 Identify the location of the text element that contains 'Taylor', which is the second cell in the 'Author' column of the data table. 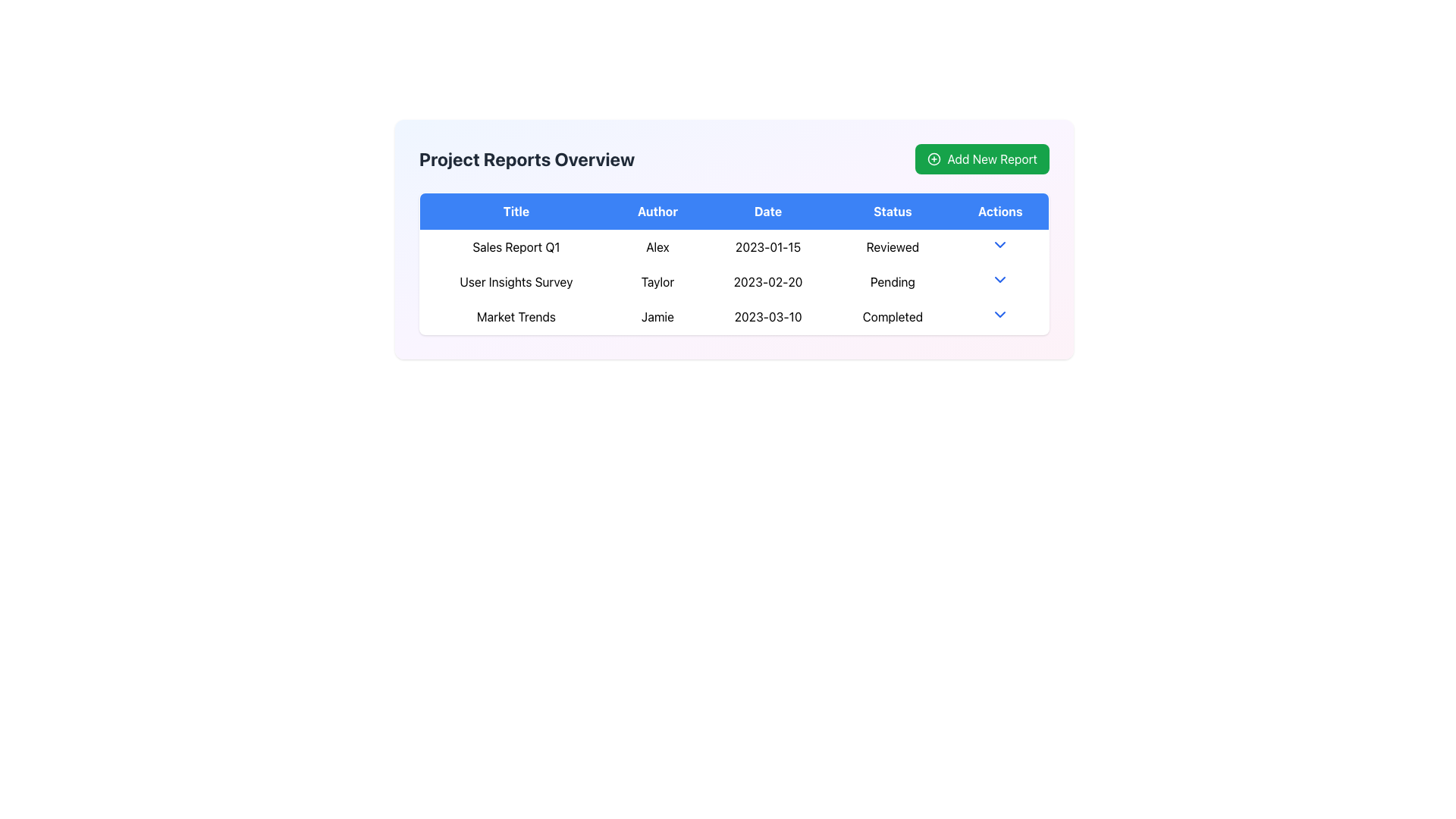
(657, 281).